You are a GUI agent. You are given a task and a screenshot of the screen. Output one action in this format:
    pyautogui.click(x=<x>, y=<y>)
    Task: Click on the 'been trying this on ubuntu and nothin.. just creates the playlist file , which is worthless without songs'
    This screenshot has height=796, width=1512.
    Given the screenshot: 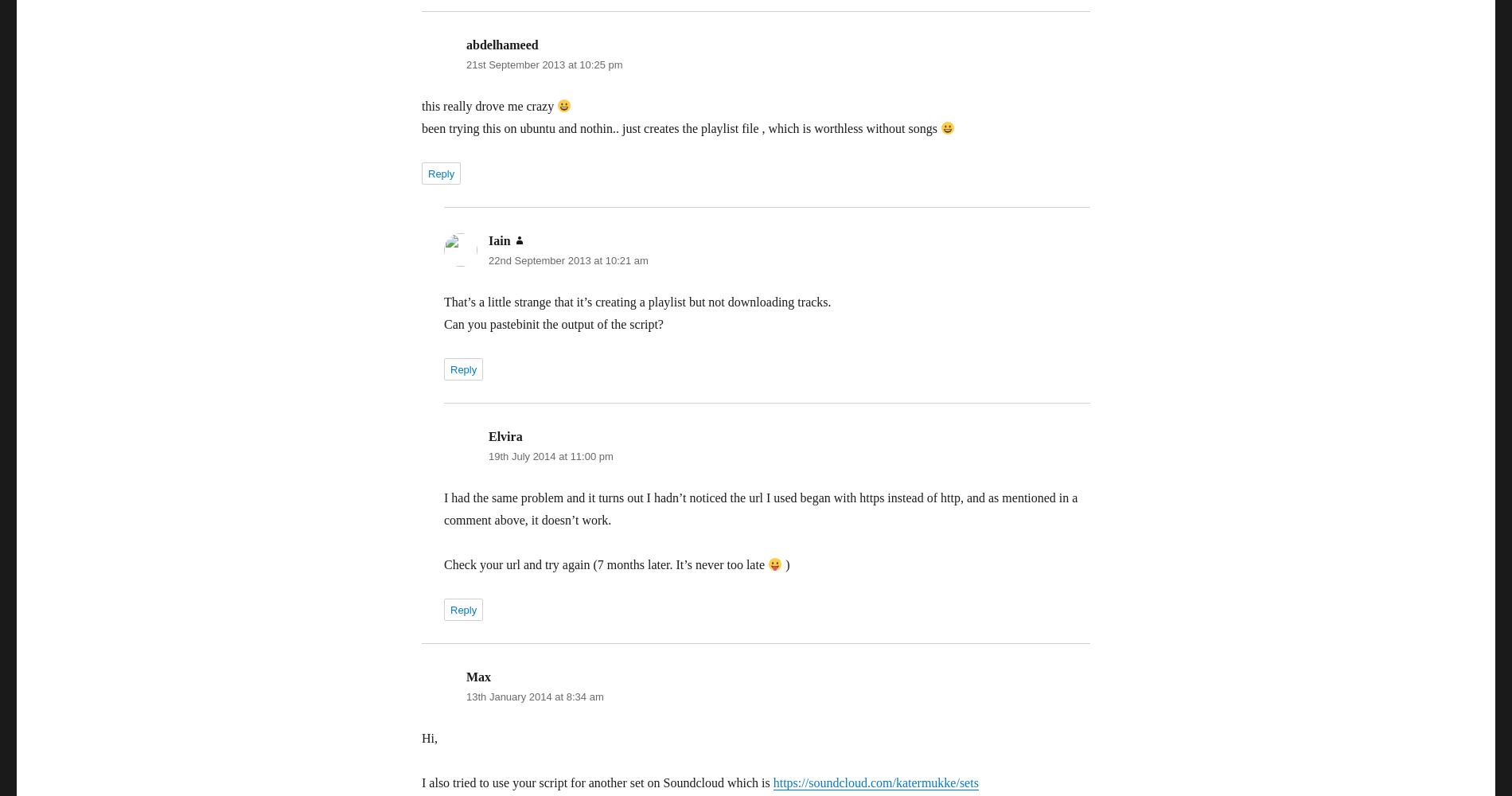 What is the action you would take?
    pyautogui.click(x=680, y=128)
    